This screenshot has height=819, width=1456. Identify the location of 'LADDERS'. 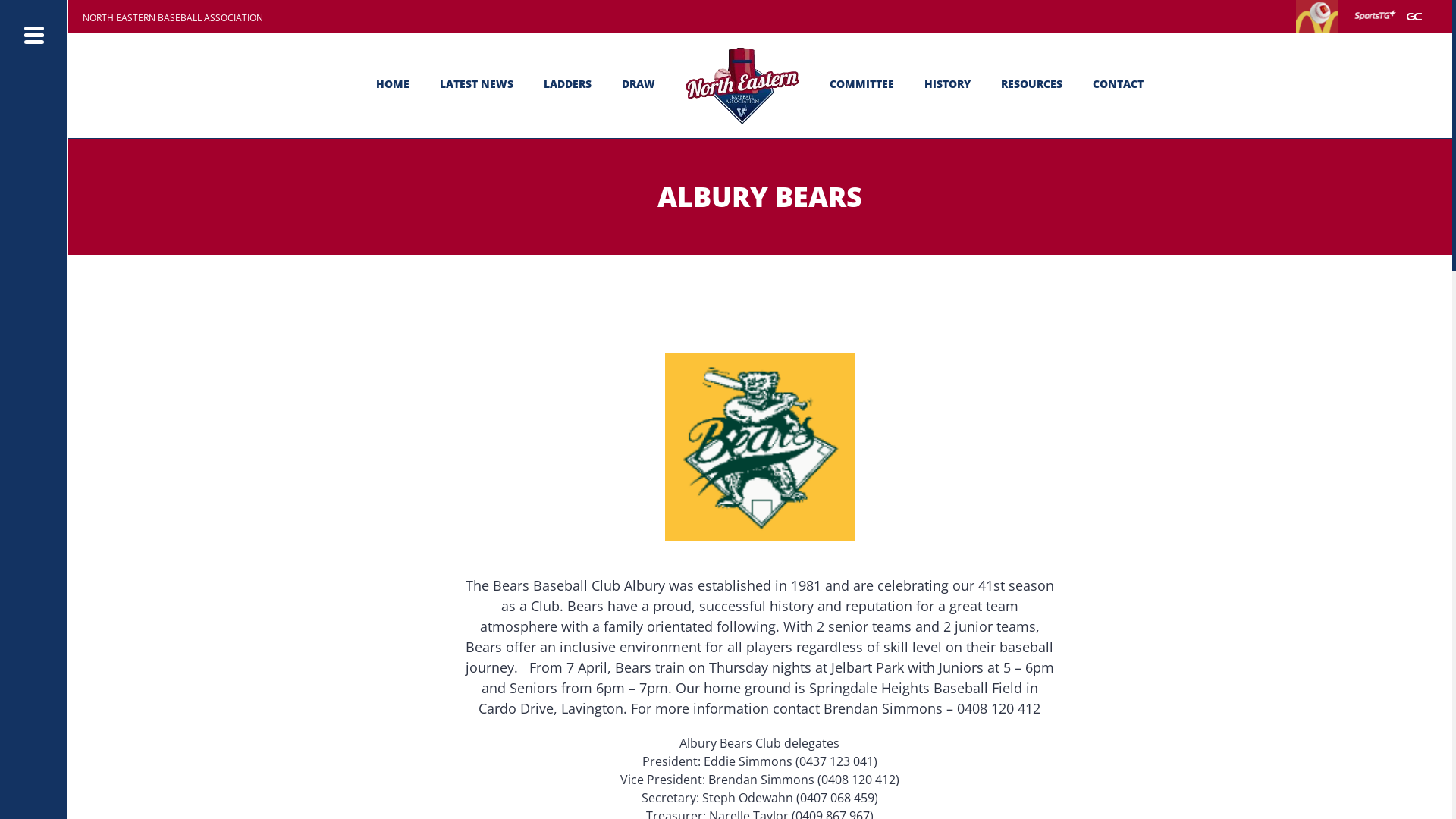
(566, 84).